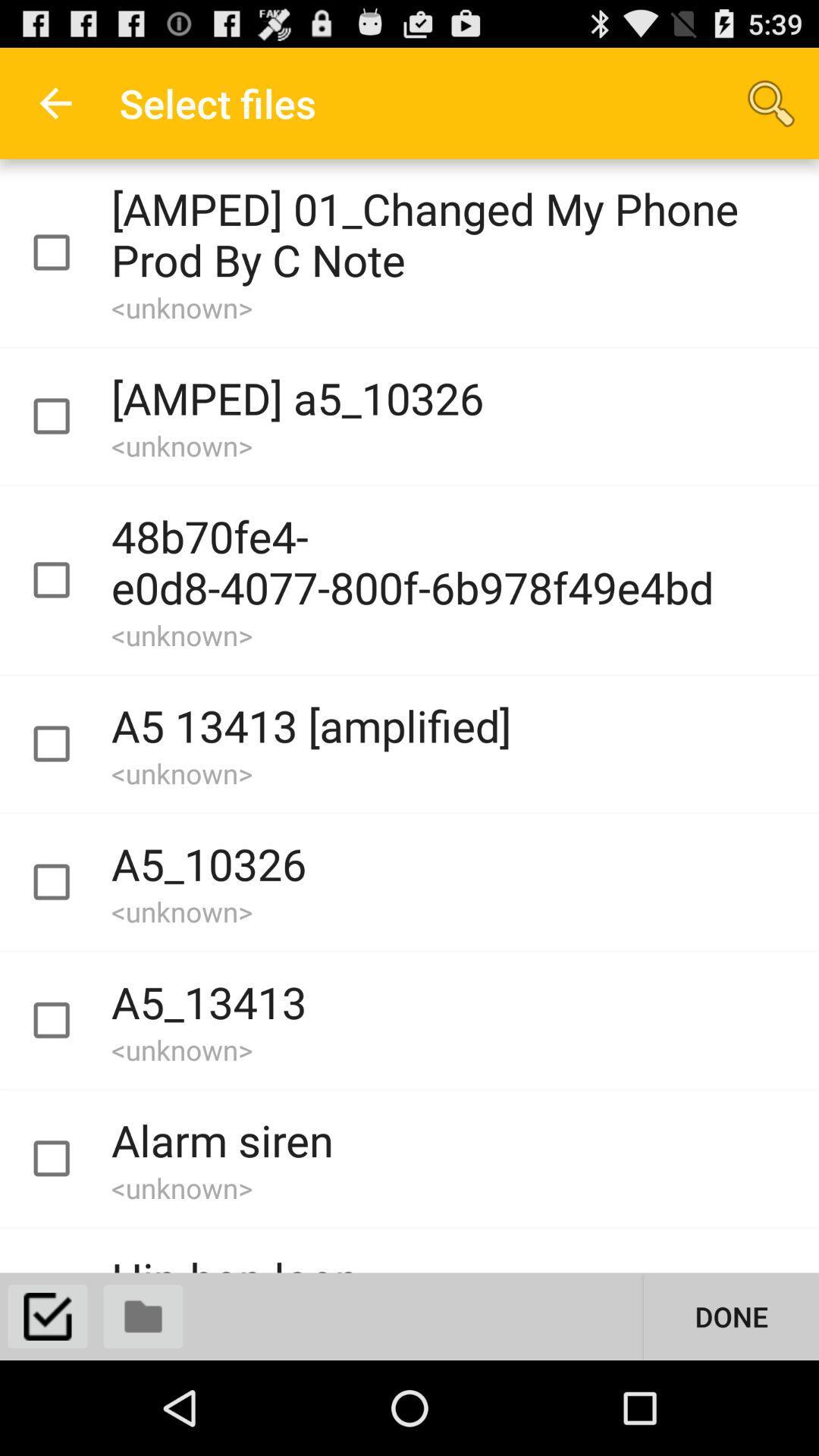  What do you see at coordinates (64, 1020) in the screenshot?
I see `file` at bounding box center [64, 1020].